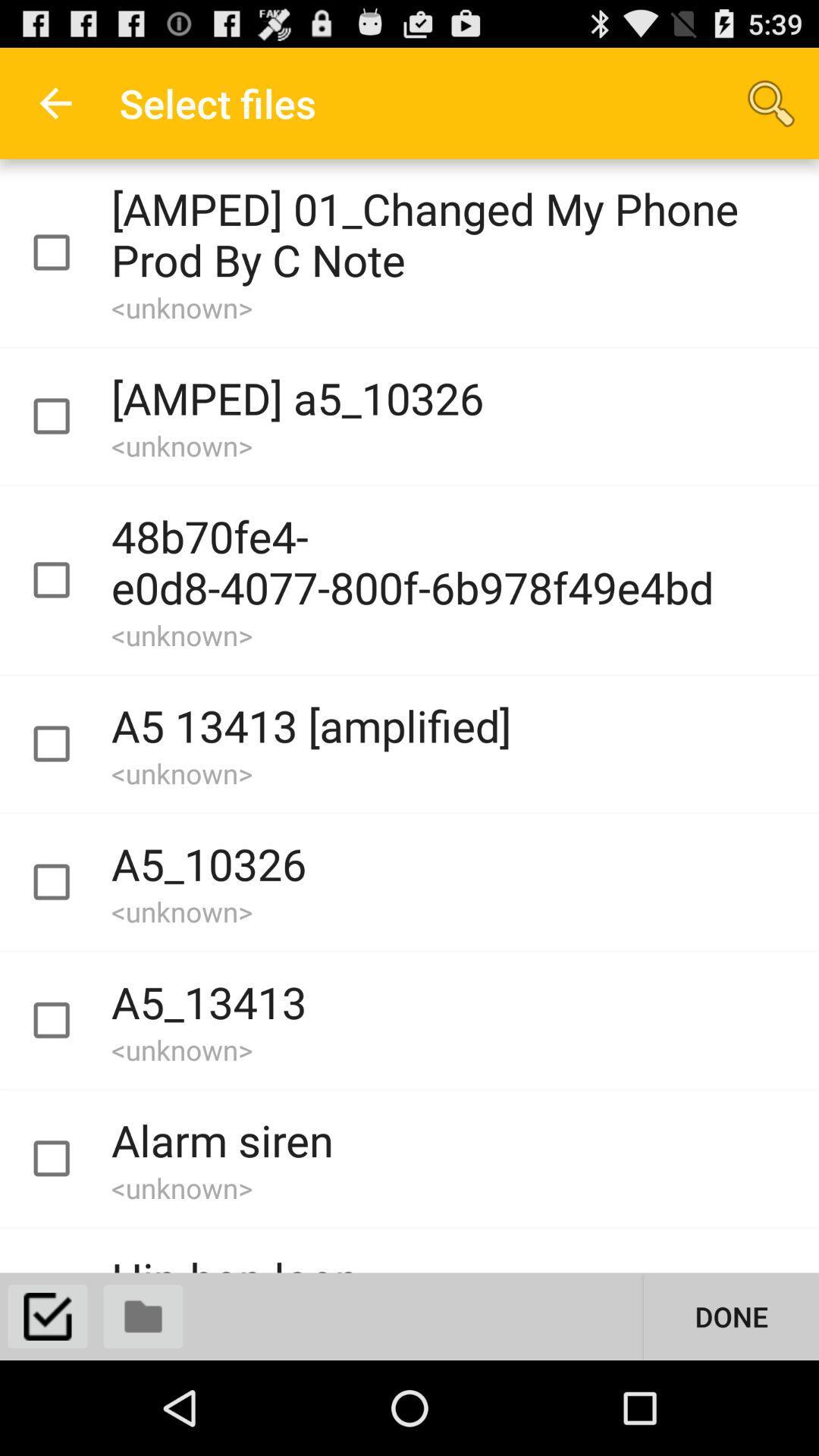  What do you see at coordinates (64, 1020) in the screenshot?
I see `file` at bounding box center [64, 1020].